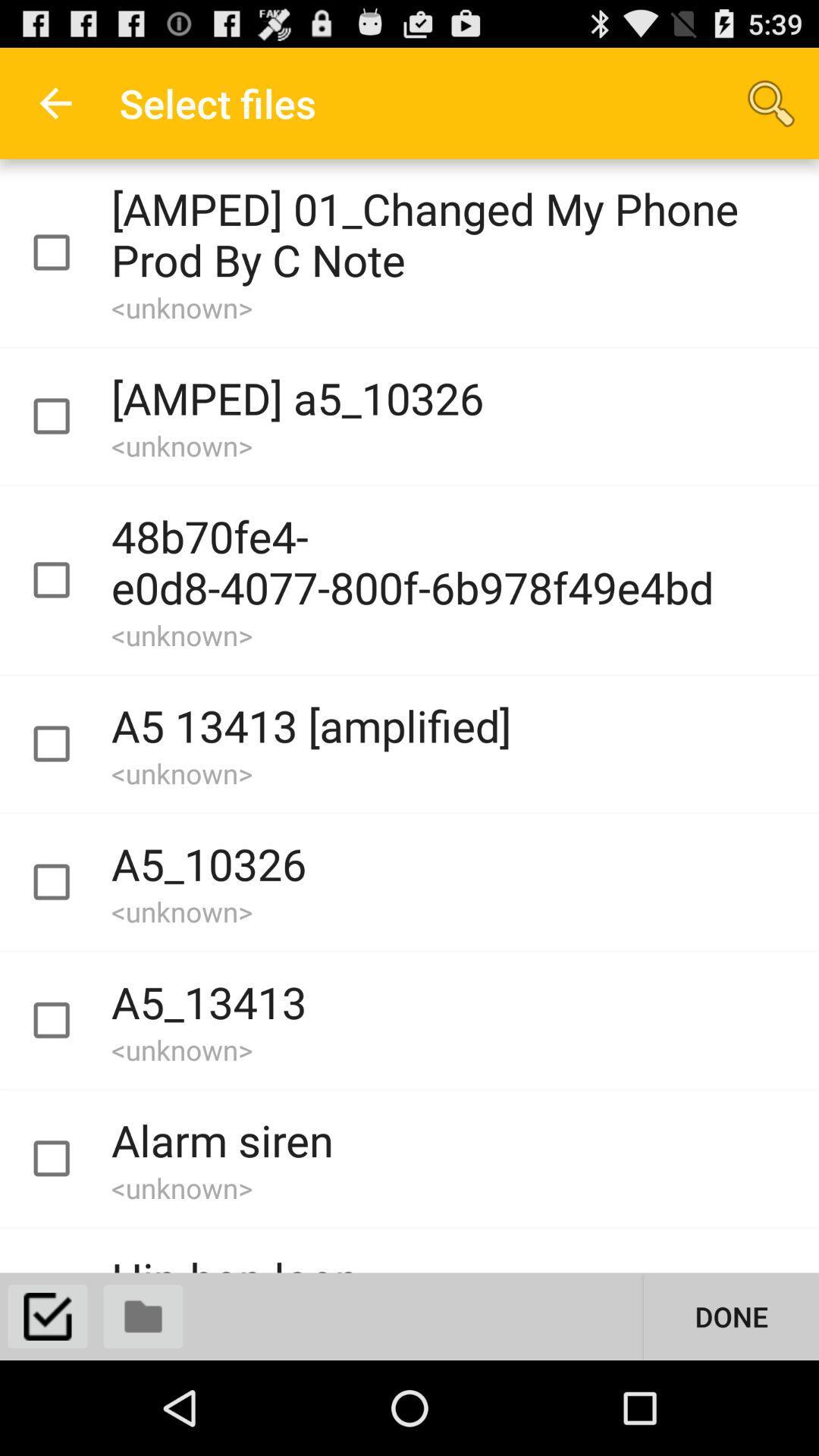  What do you see at coordinates (64, 1020) in the screenshot?
I see `file` at bounding box center [64, 1020].